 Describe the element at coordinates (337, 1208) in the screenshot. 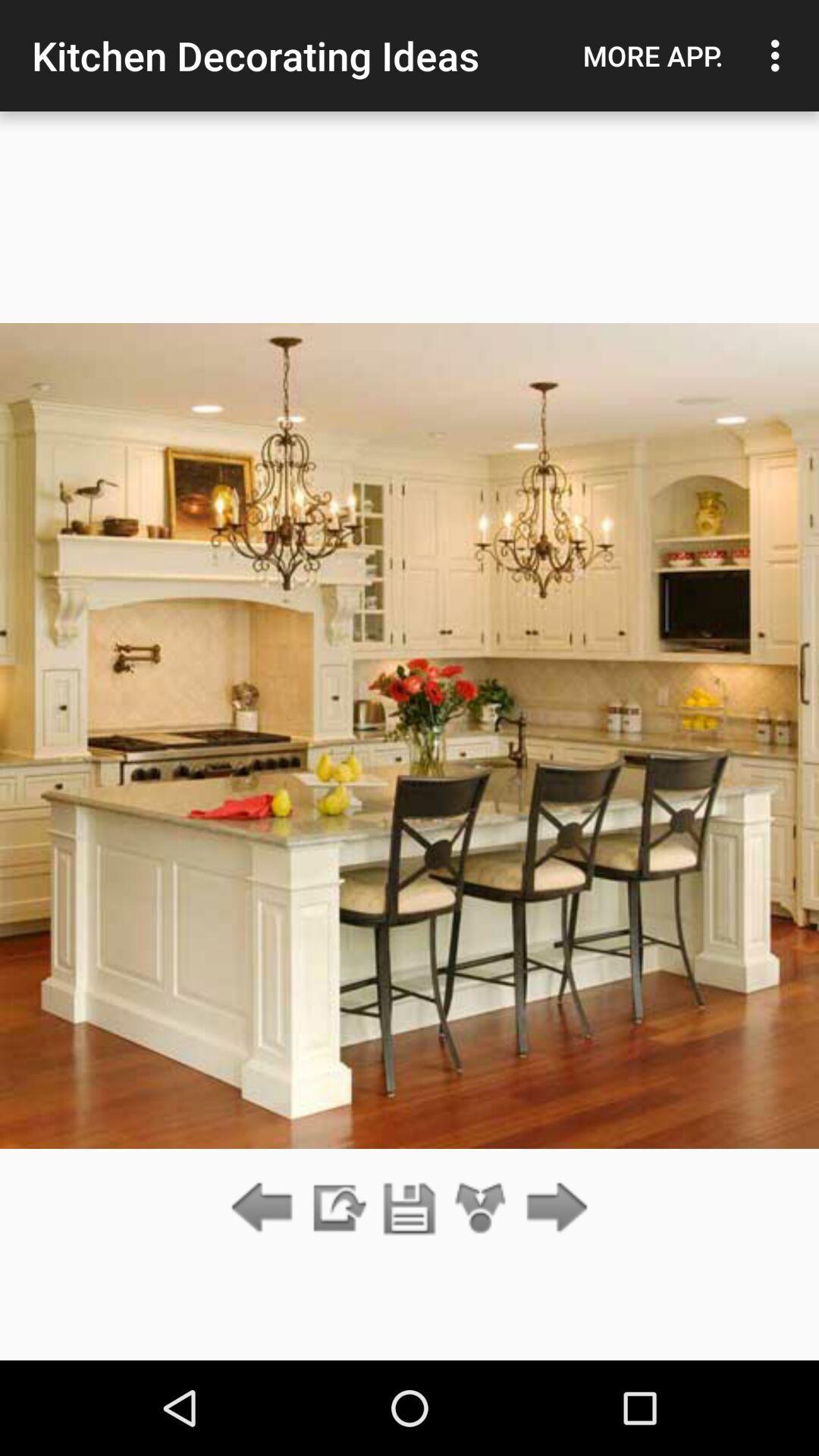

I see `the launch icon` at that location.